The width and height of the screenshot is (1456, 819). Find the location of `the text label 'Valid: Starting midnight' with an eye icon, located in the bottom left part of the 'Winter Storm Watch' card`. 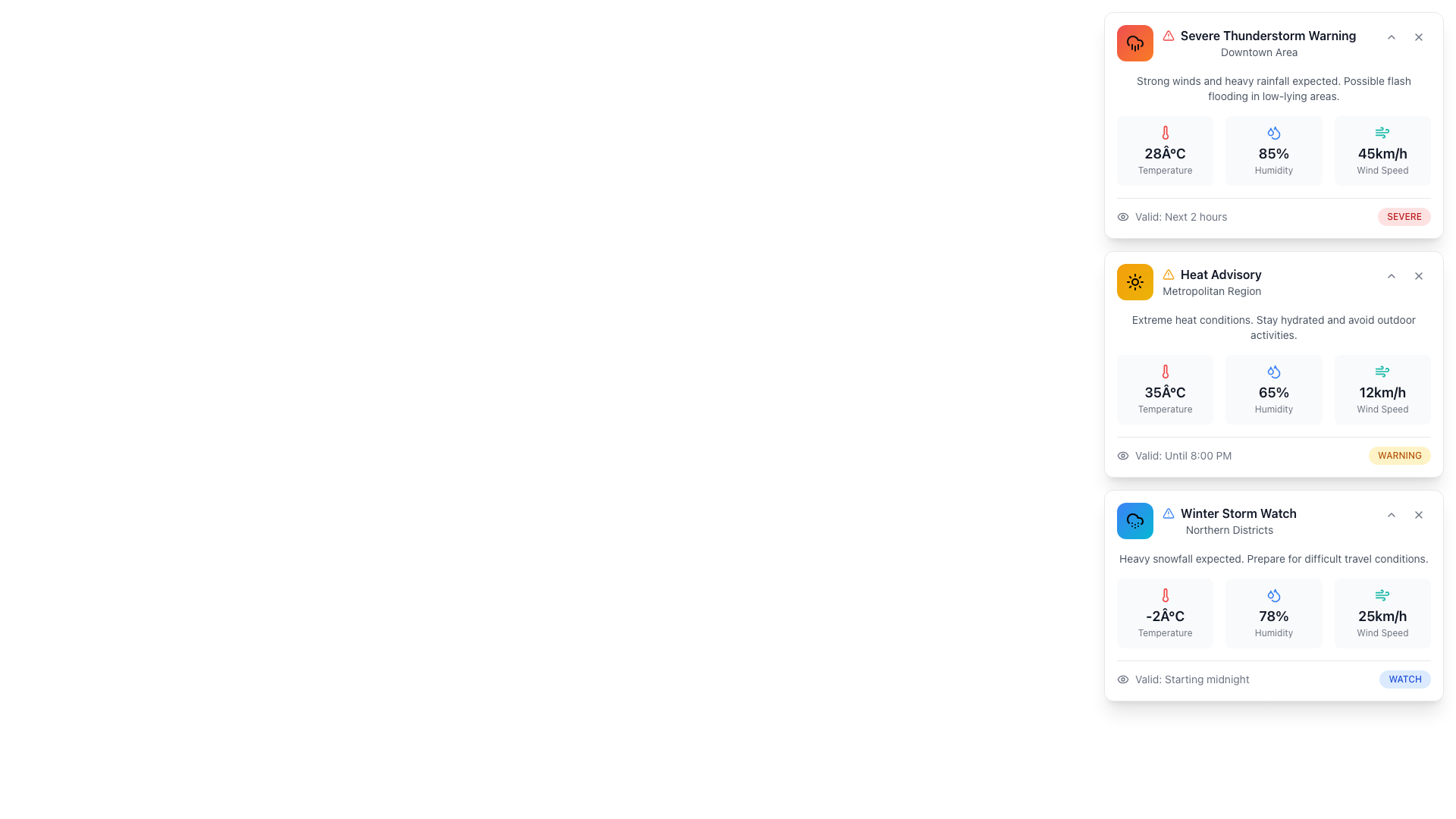

the text label 'Valid: Starting midnight' with an eye icon, located in the bottom left part of the 'Winter Storm Watch' card is located at coordinates (1182, 678).